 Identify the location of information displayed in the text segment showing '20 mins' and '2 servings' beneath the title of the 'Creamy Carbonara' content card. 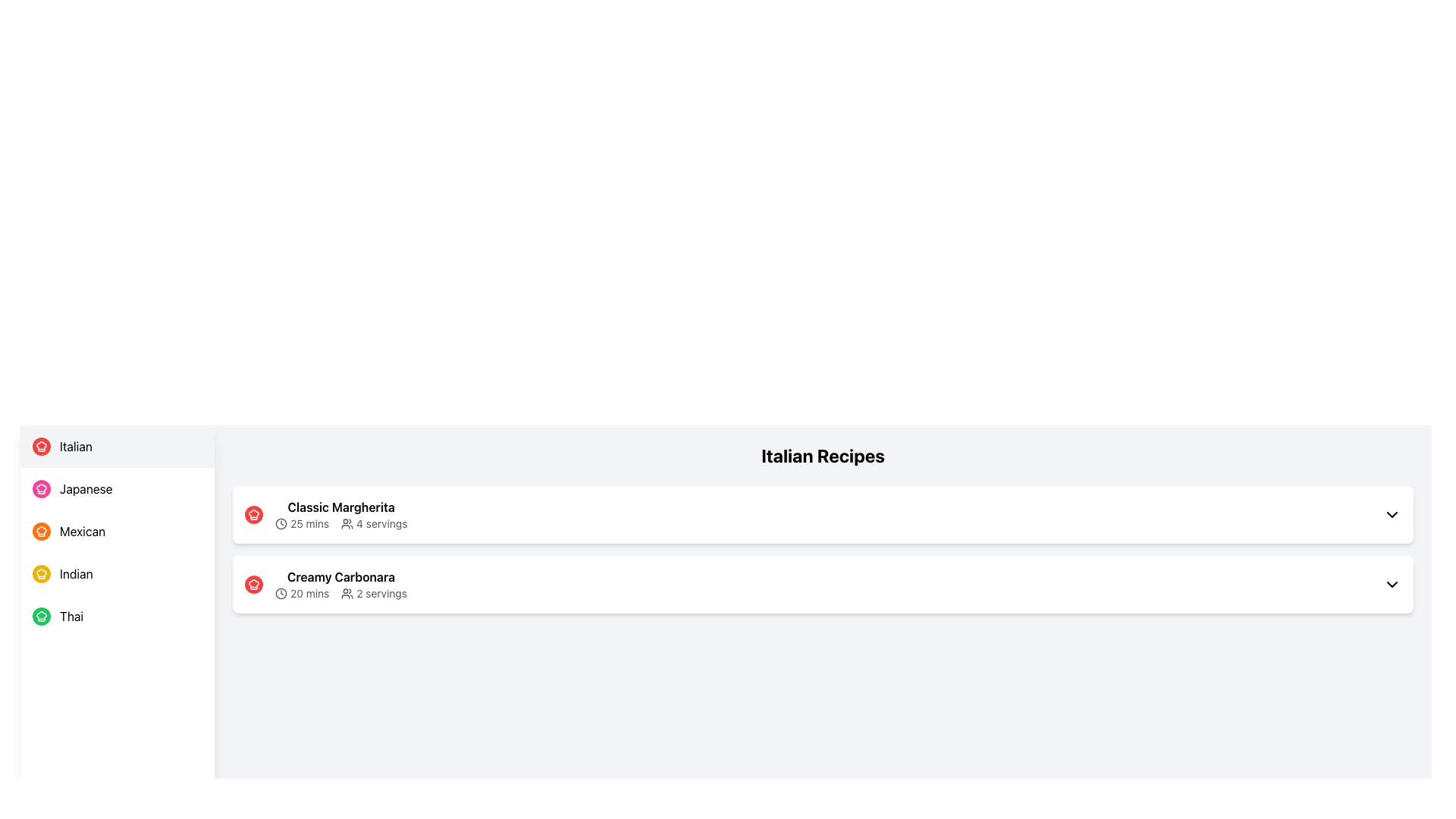
(340, 593).